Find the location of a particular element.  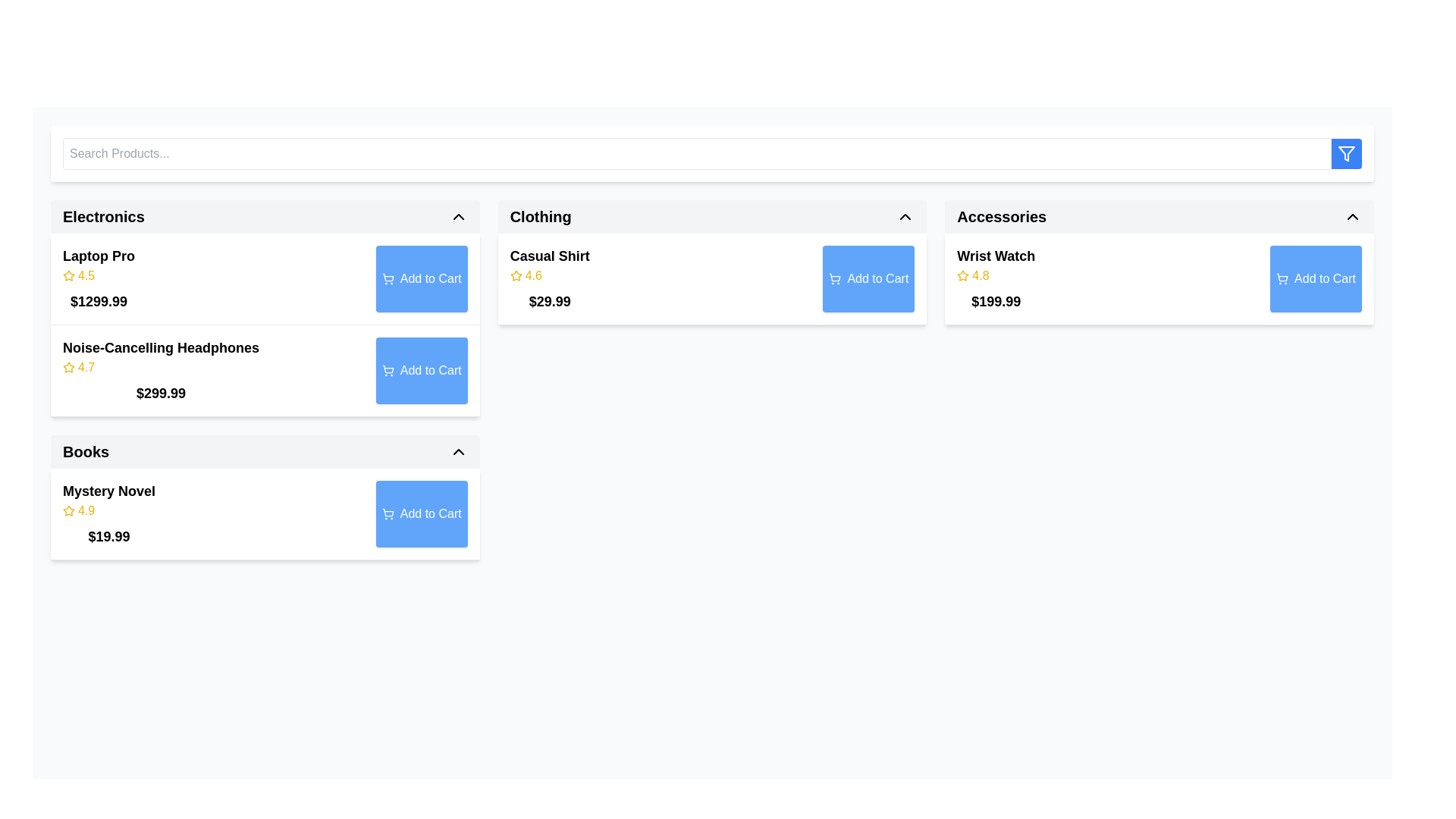

the yellow star-shaped rating icon located in the 'Books' section next to the '4.9' rating for the 'Mystery Novel' product is located at coordinates (68, 511).